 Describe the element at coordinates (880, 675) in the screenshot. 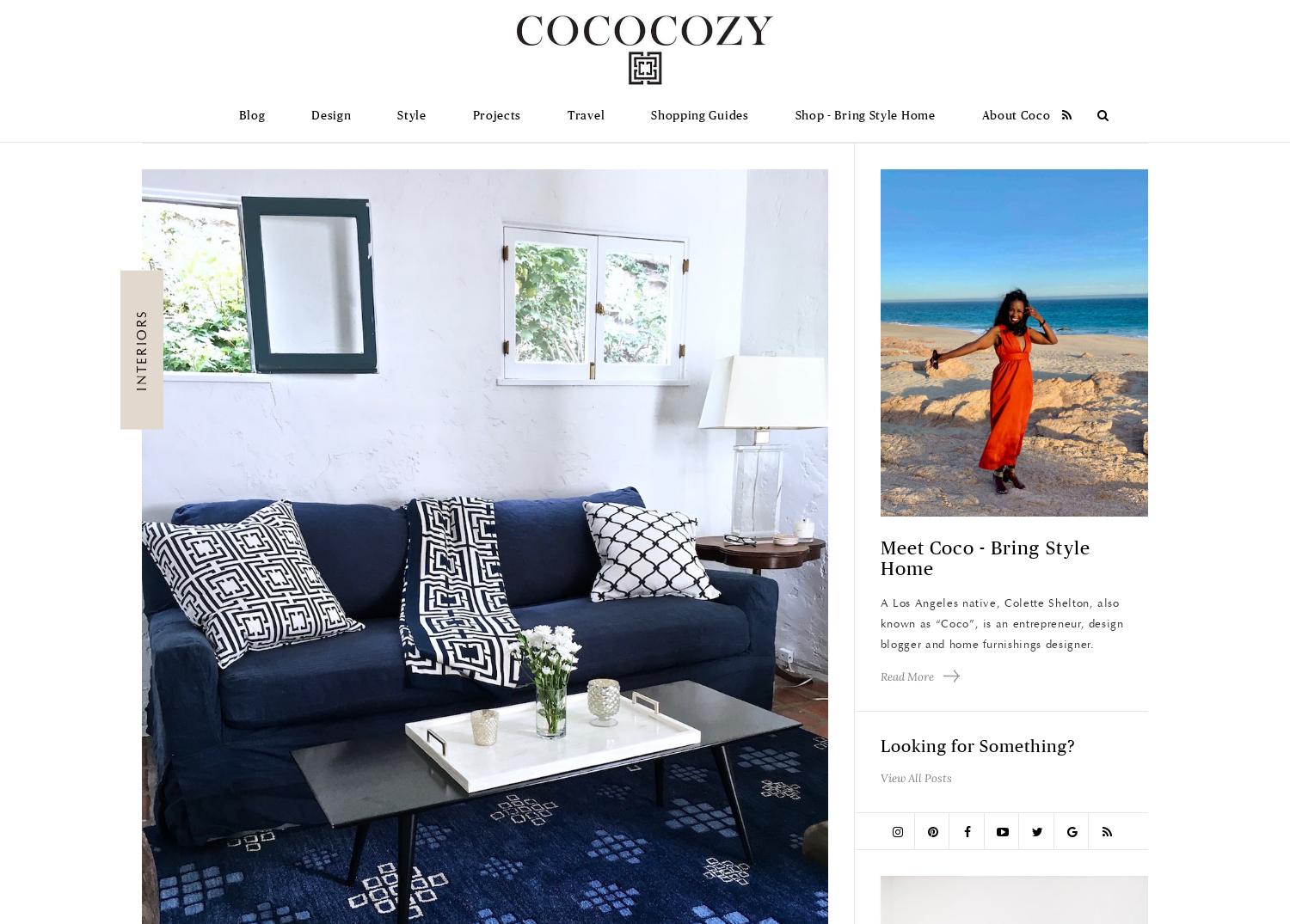

I see `'Read More'` at that location.